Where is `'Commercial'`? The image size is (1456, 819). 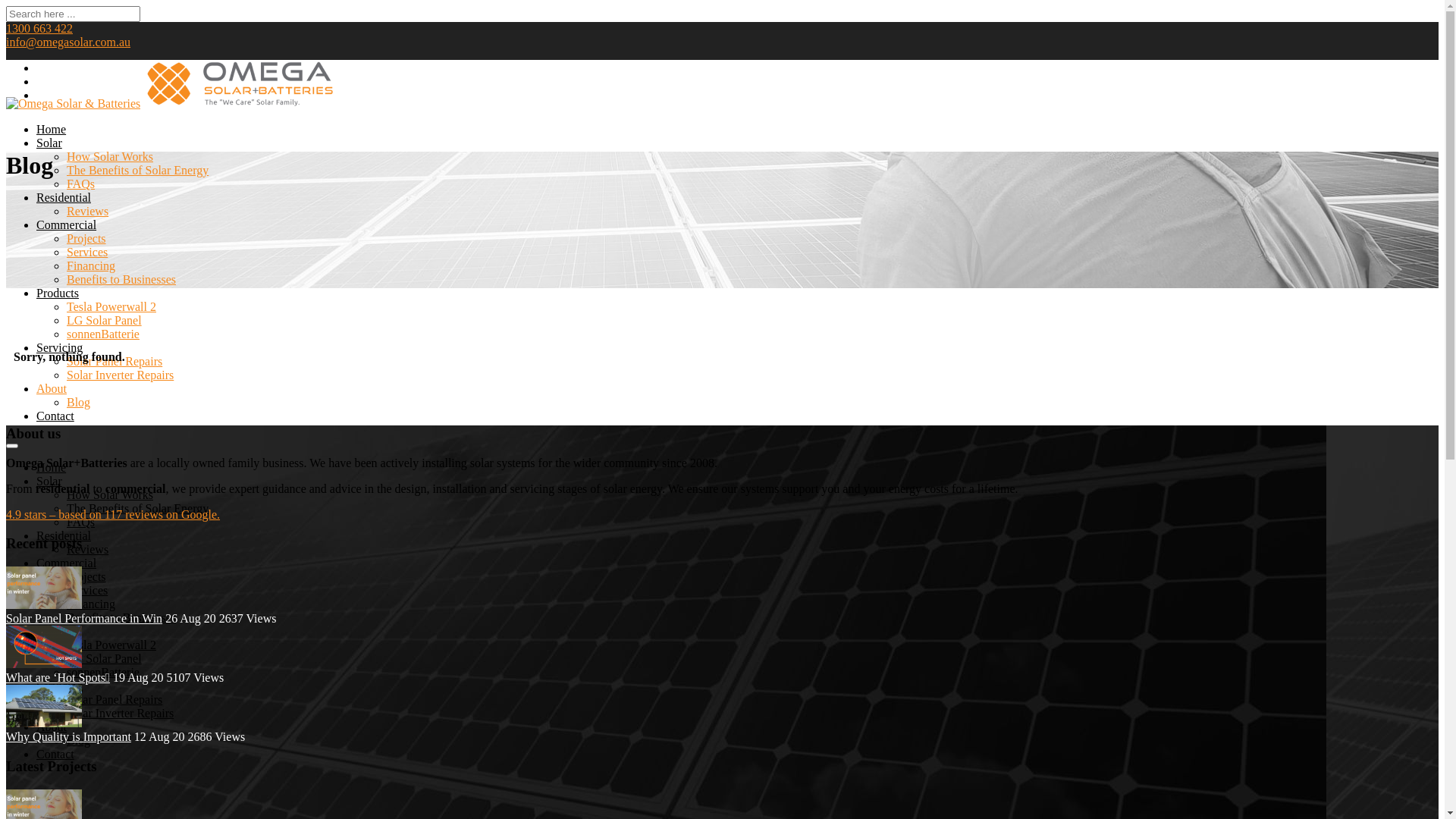
'Commercial' is located at coordinates (36, 224).